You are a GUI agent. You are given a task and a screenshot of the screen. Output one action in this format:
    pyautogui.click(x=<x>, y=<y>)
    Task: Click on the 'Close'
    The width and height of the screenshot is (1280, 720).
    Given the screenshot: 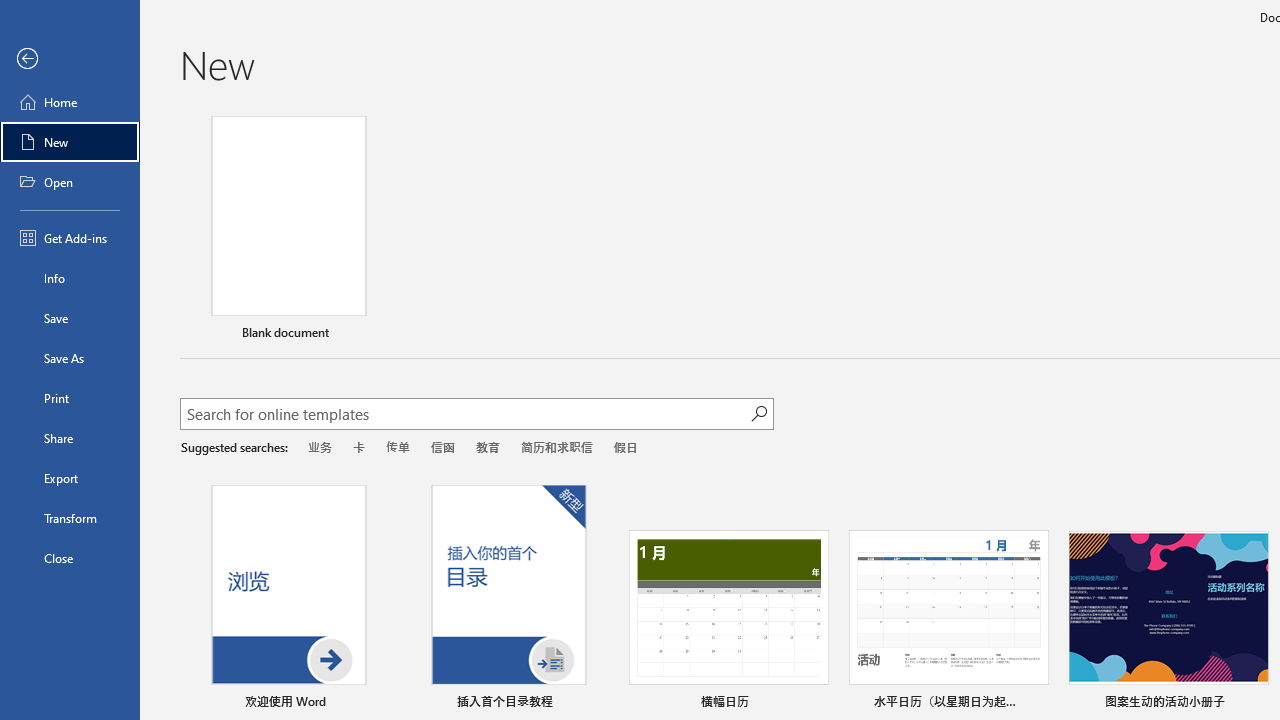 What is the action you would take?
    pyautogui.click(x=69, y=558)
    